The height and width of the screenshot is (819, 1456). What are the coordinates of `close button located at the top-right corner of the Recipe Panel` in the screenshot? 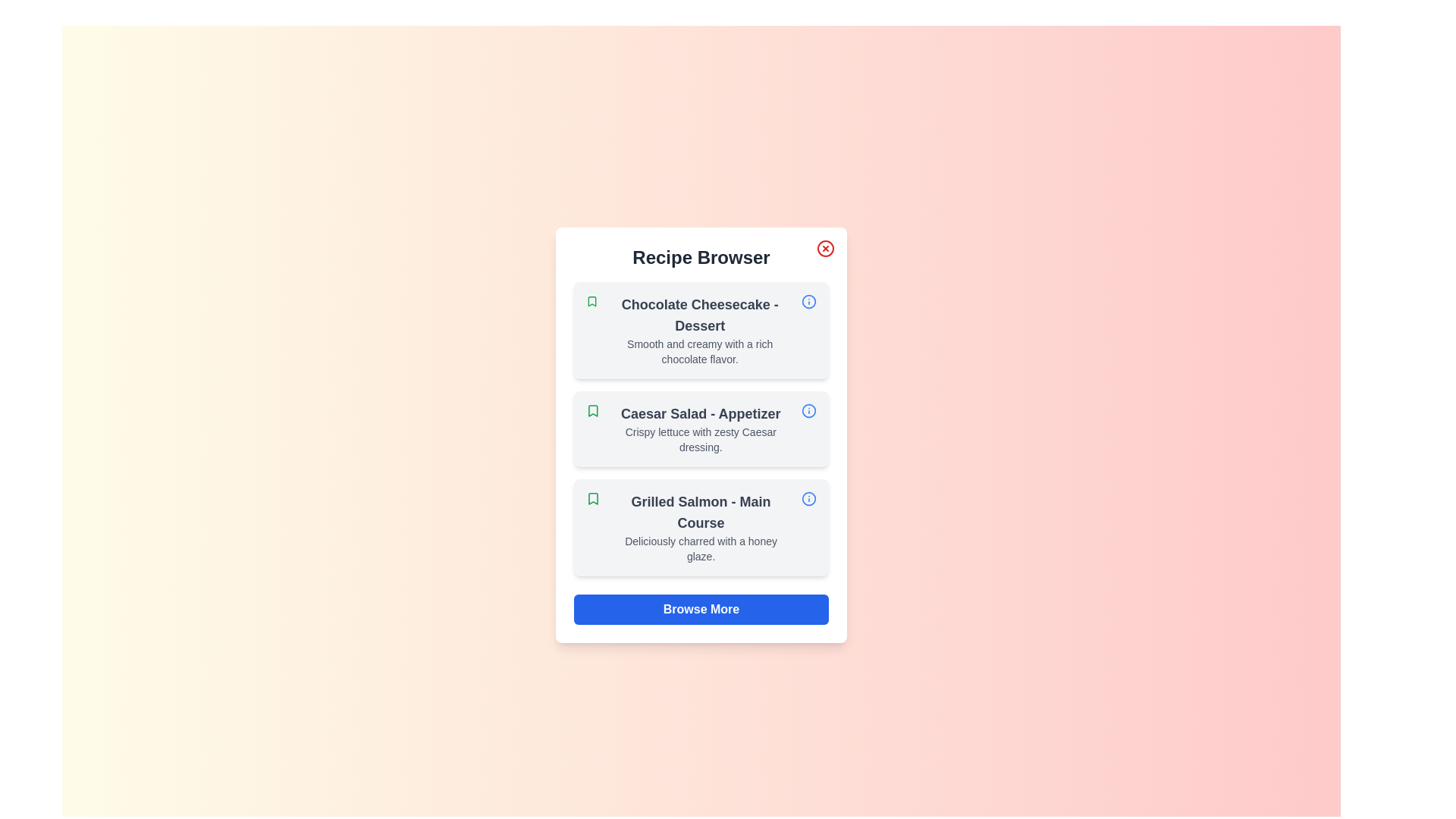 It's located at (825, 247).